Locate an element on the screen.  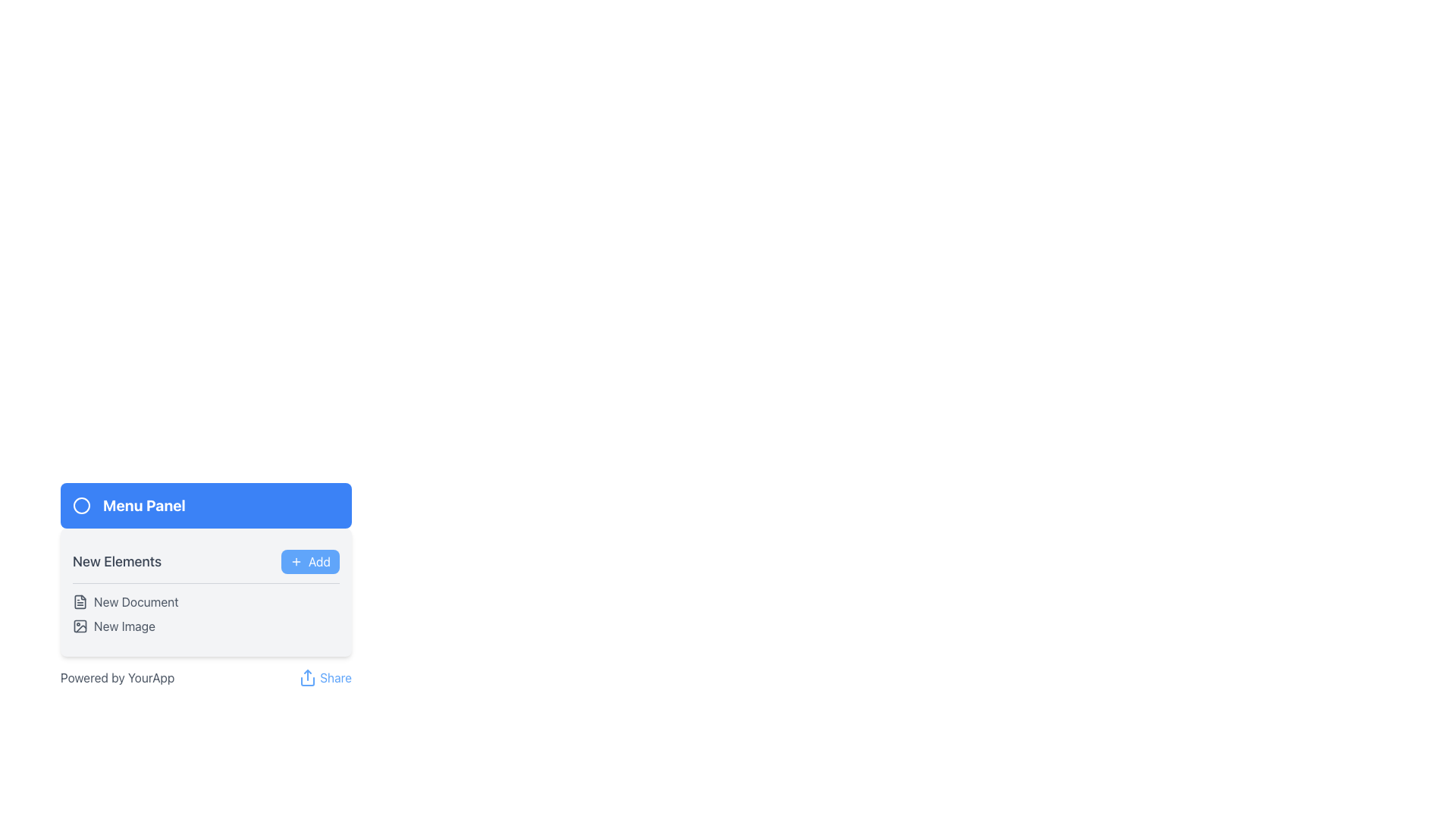
the 'New Image' button in the 'New Elements' list is located at coordinates (206, 626).